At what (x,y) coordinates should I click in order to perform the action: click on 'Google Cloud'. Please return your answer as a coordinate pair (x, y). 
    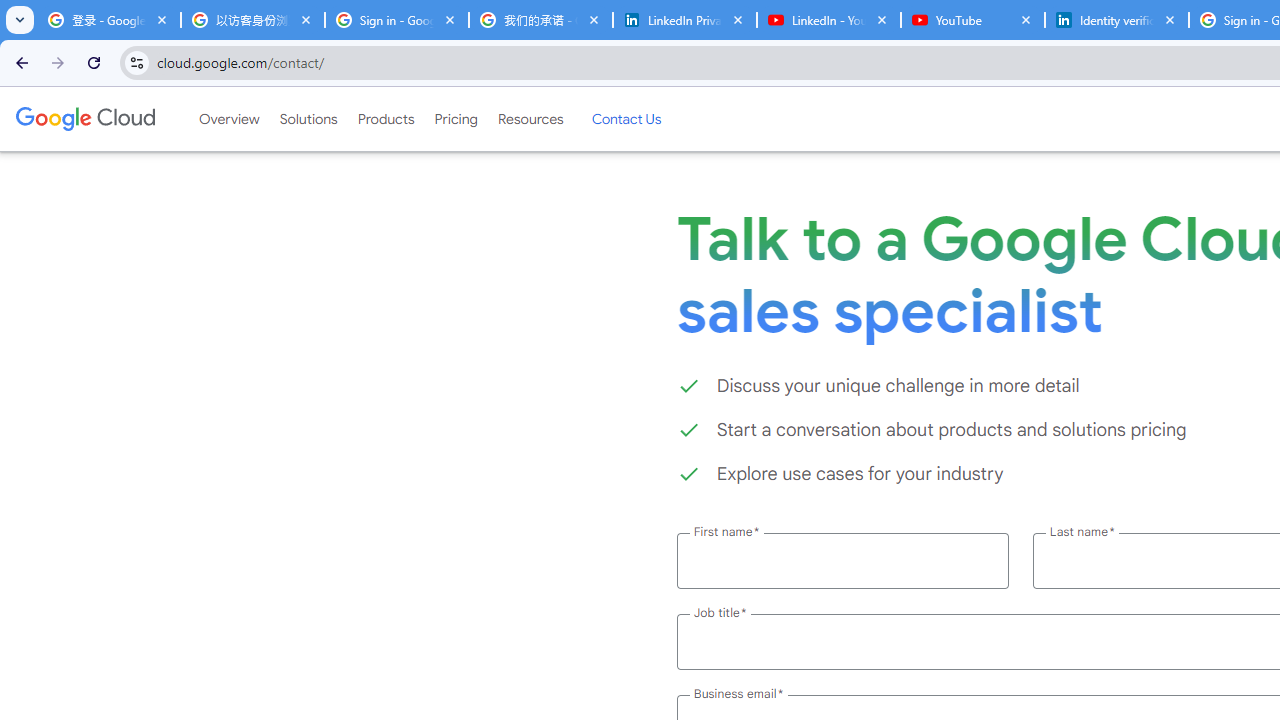
    Looking at the image, I should click on (84, 119).